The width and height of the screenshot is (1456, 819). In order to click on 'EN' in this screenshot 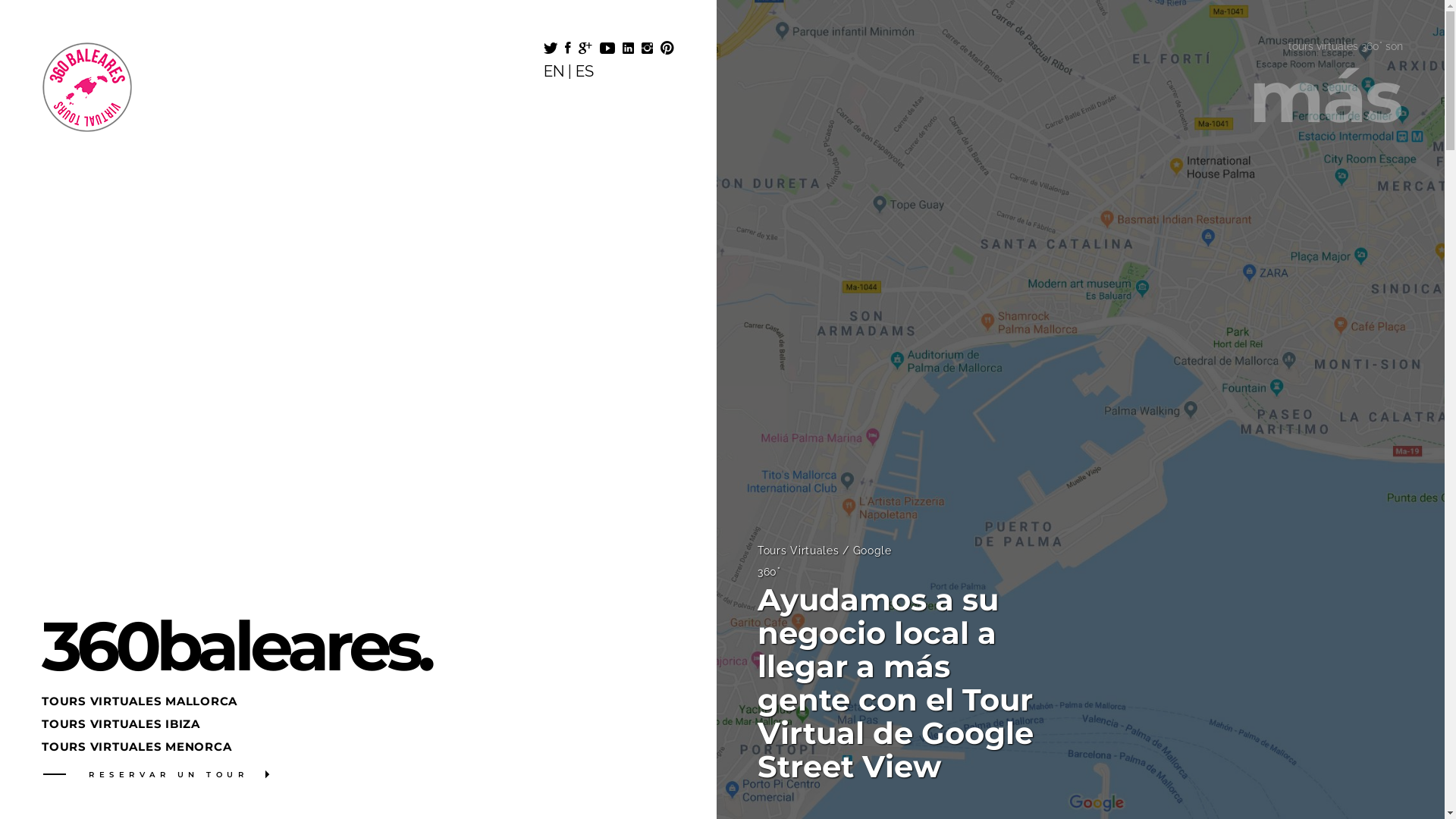, I will do `click(552, 71)`.